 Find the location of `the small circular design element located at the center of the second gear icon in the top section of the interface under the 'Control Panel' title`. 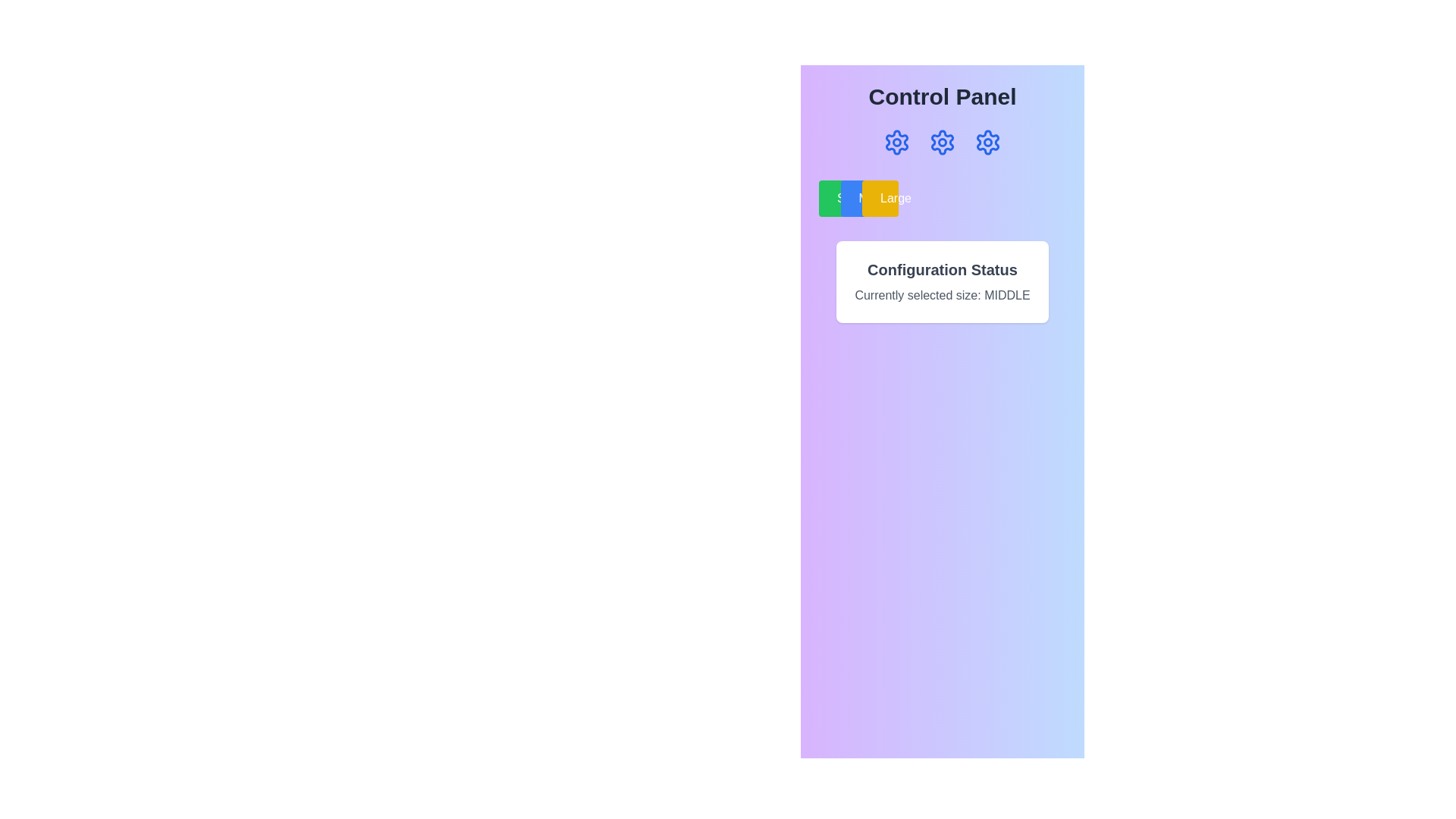

the small circular design element located at the center of the second gear icon in the top section of the interface under the 'Control Panel' title is located at coordinates (942, 143).